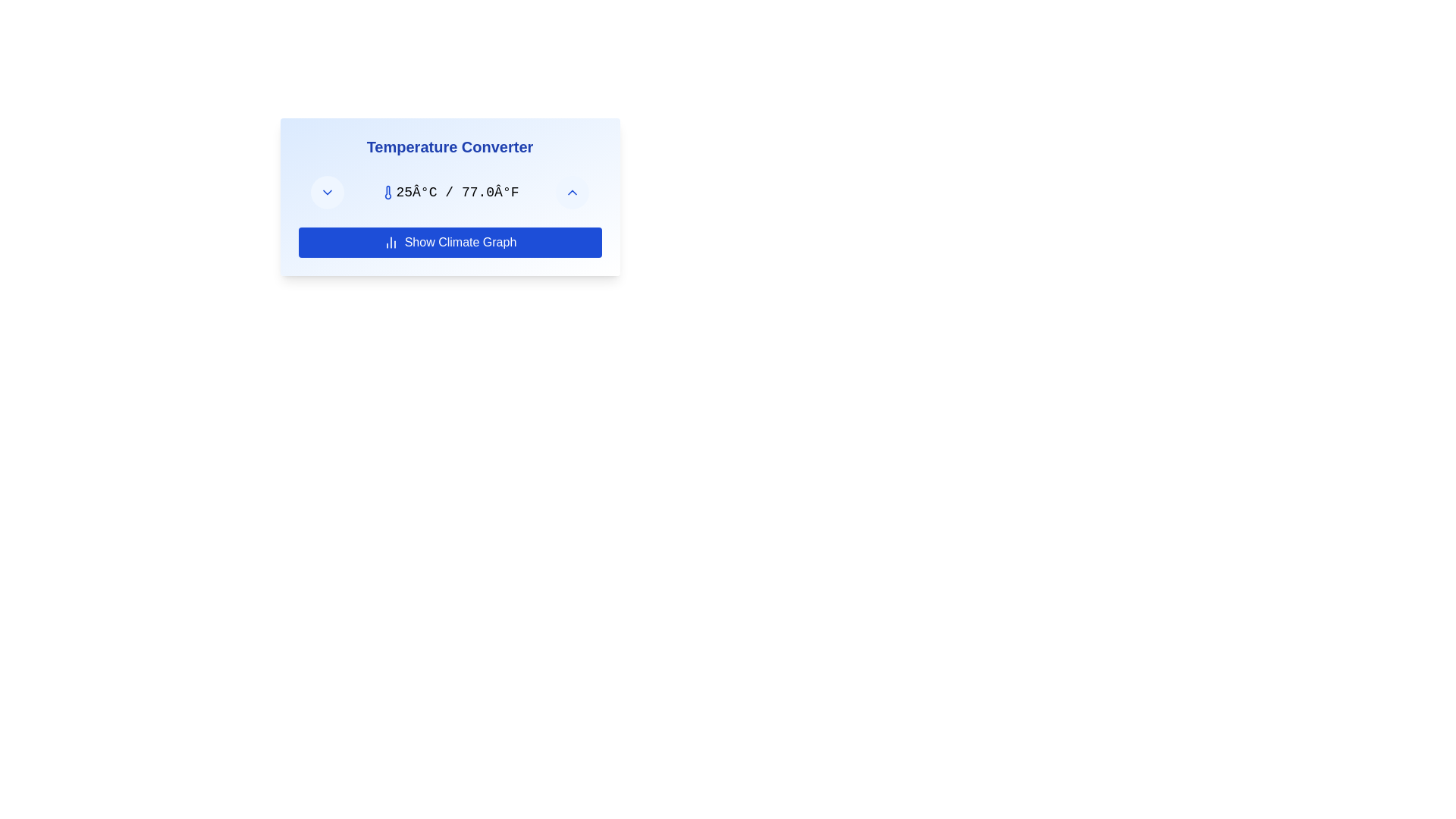 This screenshot has width=1456, height=819. I want to click on the thermometer-shaped icon with a blue stroke color located to the left of the temperature text '25Â°C / 77.0Â°F', so click(388, 192).